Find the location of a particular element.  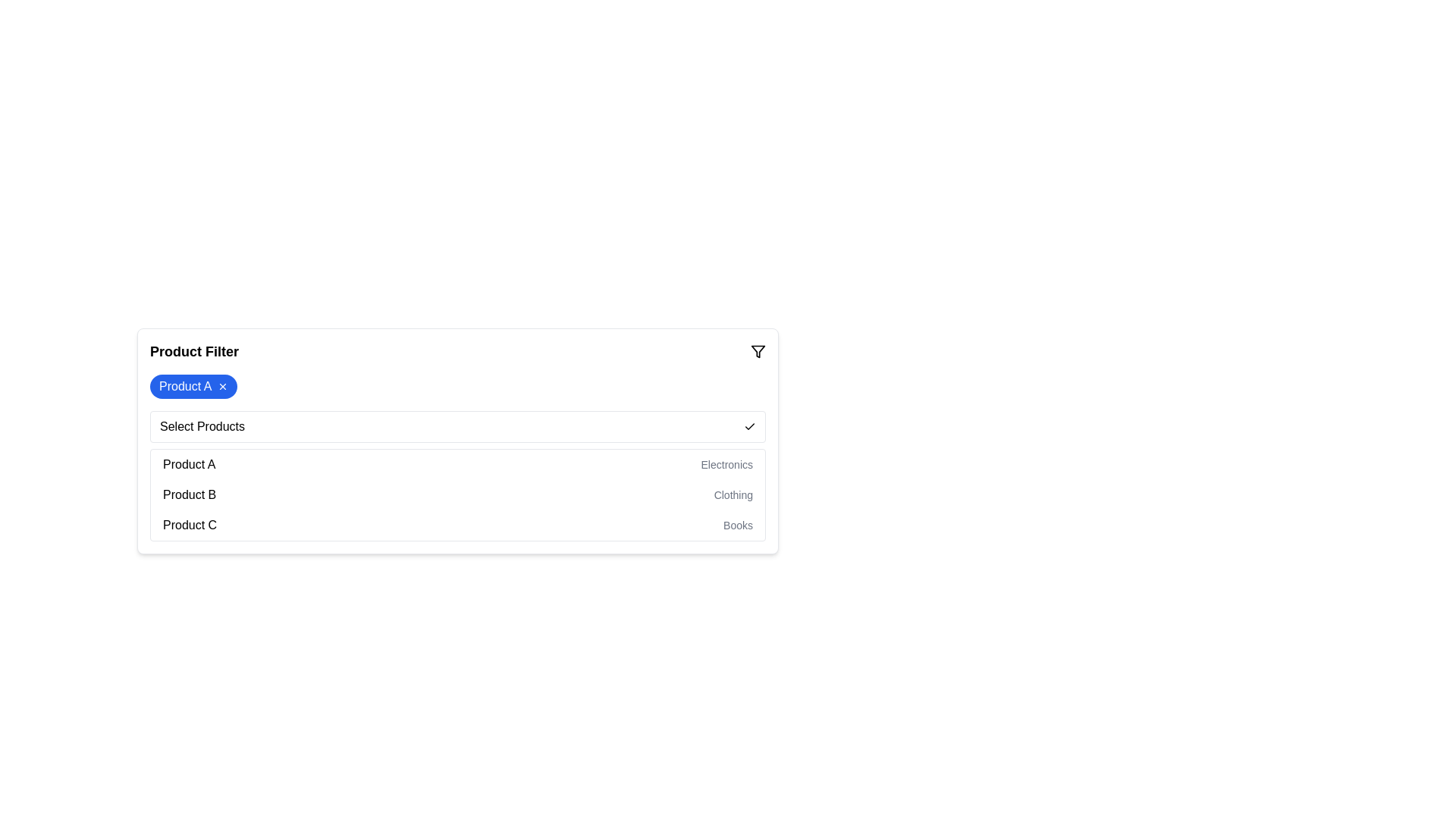

the content of the removable filter tag displaying the applied filter 'Product A' located under the 'Product Filter' section is located at coordinates (193, 385).